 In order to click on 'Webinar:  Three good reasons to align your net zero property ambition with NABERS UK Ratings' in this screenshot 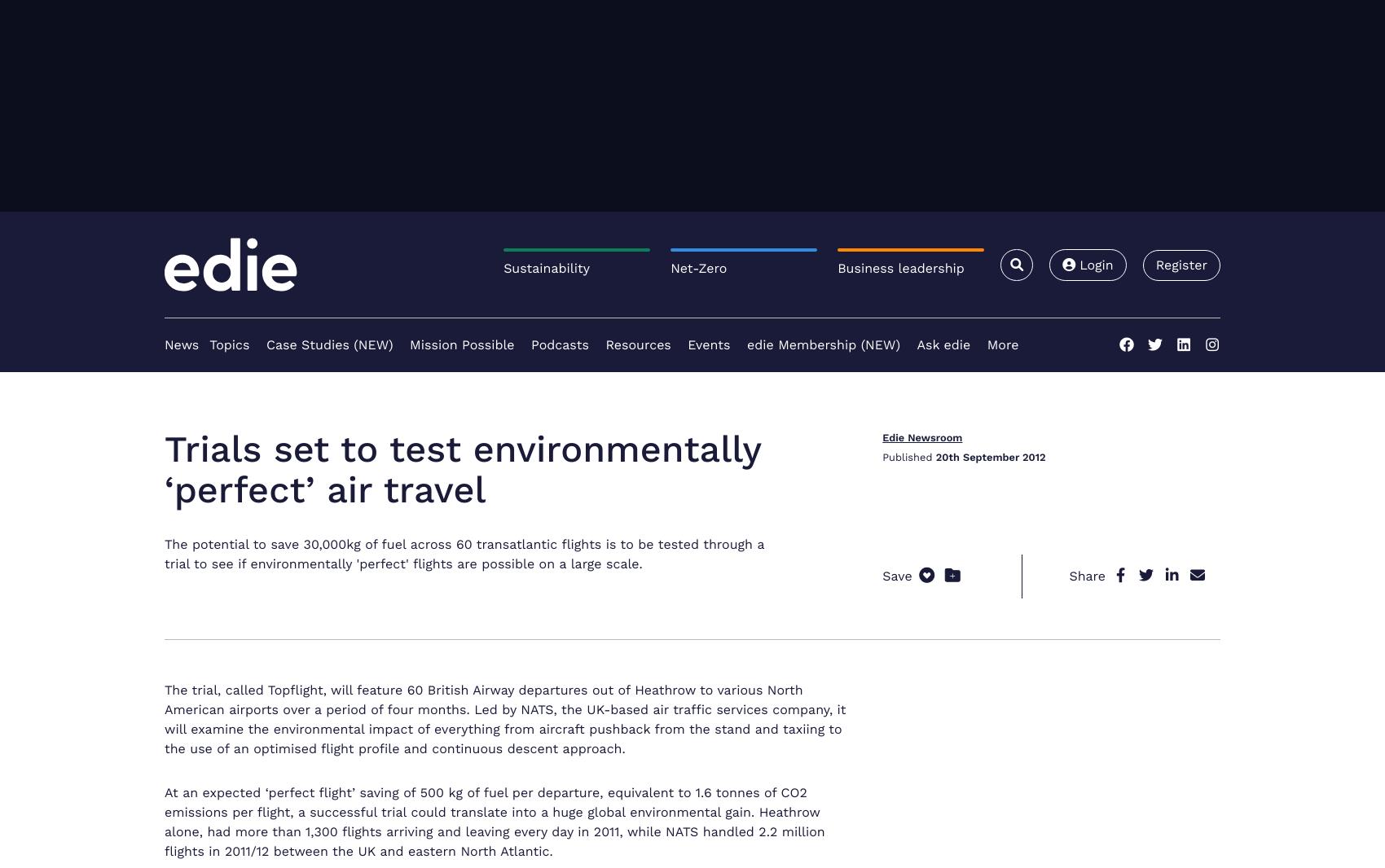, I will do `click(1048, 619)`.